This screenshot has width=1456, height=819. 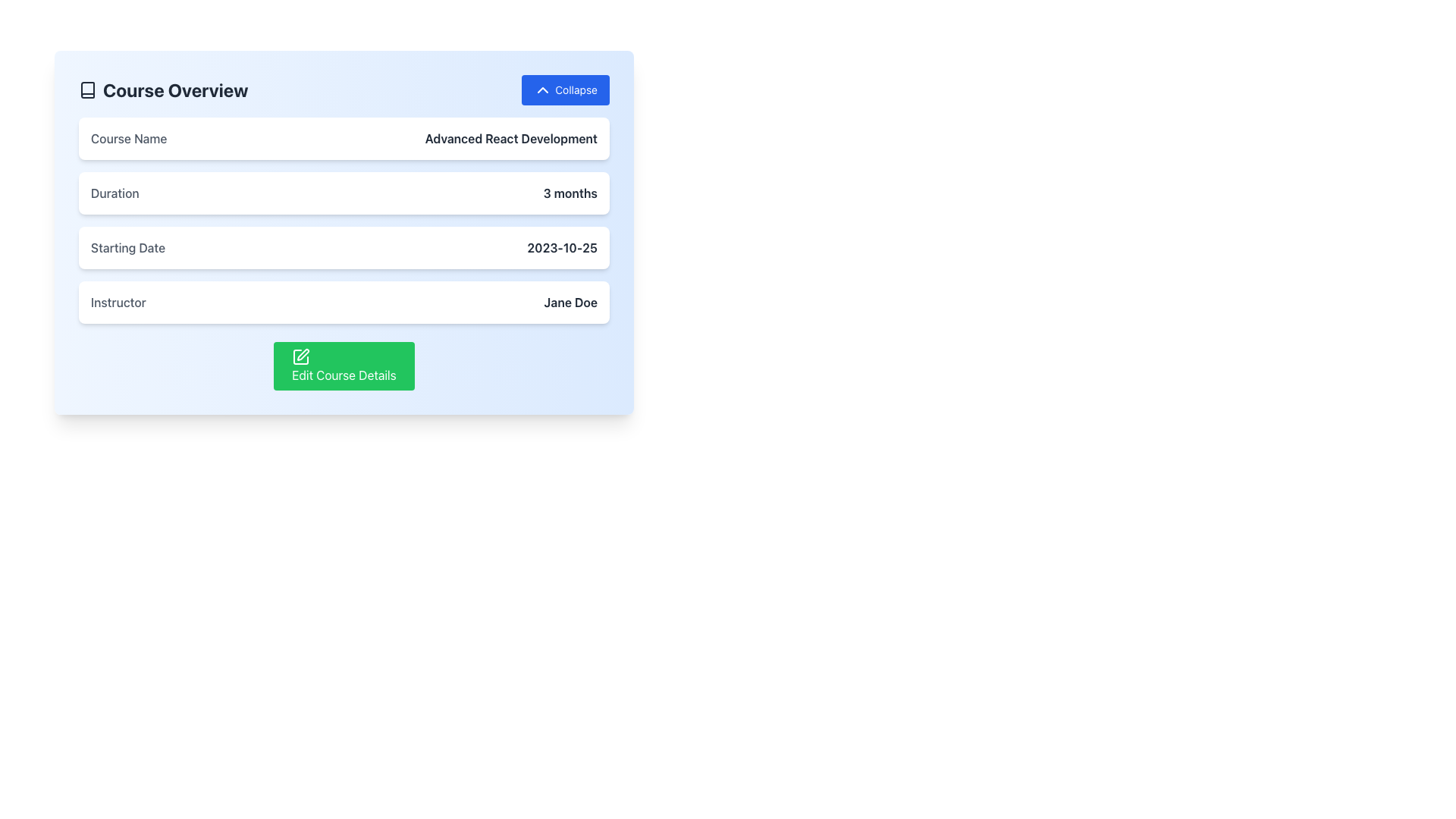 I want to click on the icon located within the green button at the bottom center of the panel, next to the text label, so click(x=301, y=356).